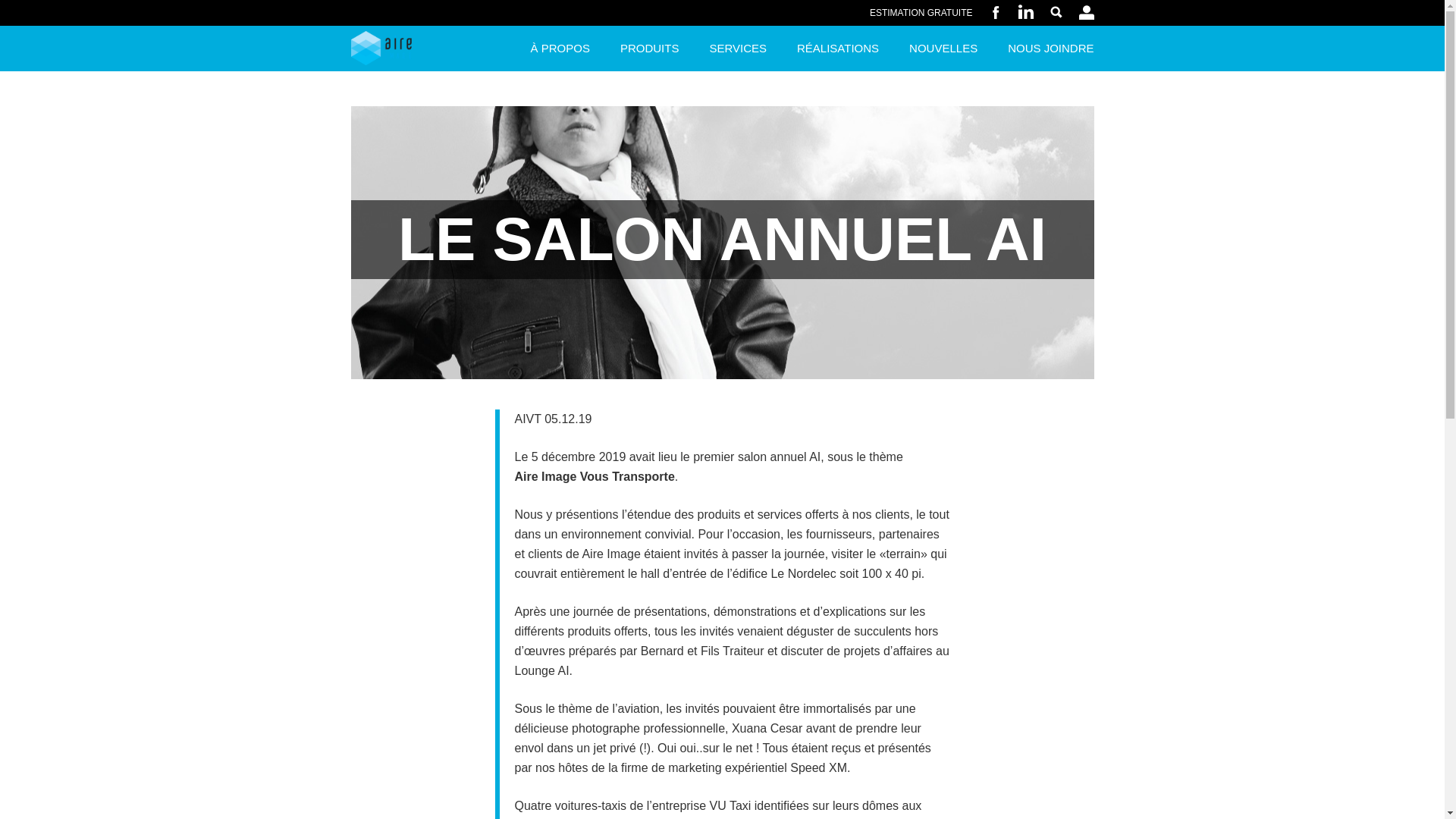 This screenshot has height=819, width=1456. What do you see at coordinates (1025, 11) in the screenshot?
I see `'LINKEDIN'` at bounding box center [1025, 11].